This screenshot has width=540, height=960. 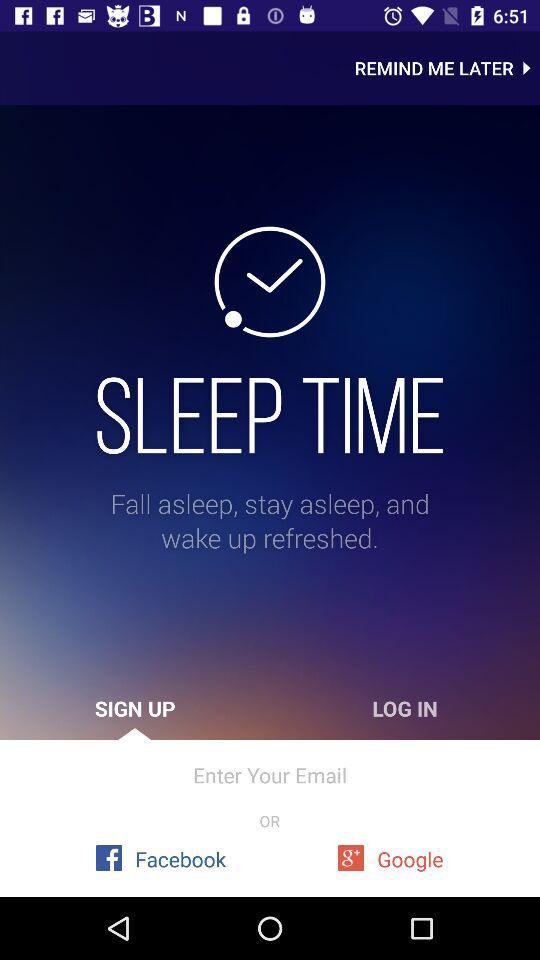 What do you see at coordinates (270, 414) in the screenshot?
I see `sleep time icon` at bounding box center [270, 414].